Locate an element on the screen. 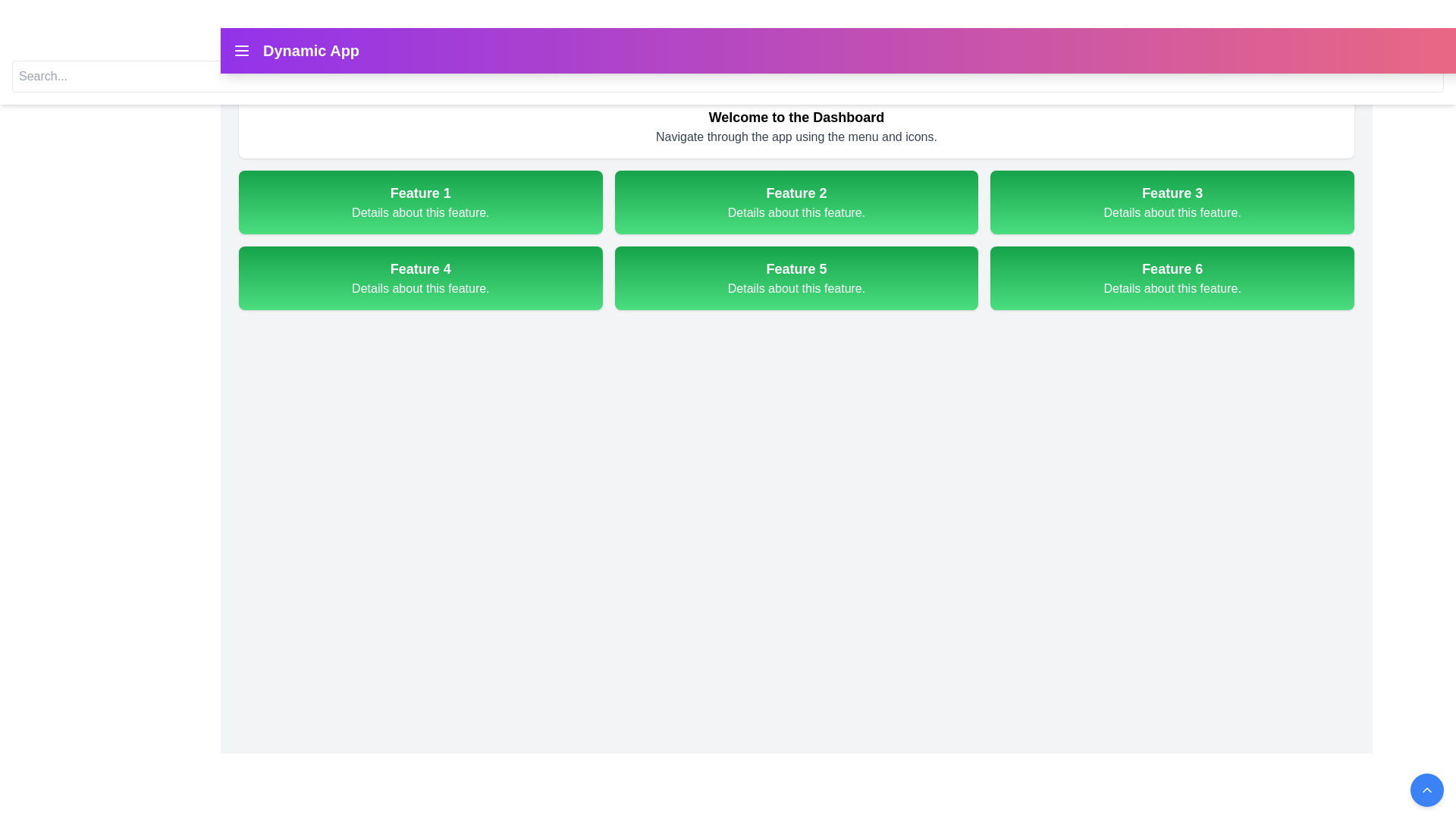  title 'Feature 4' and the description 'Details about this feature.' from the informational card with a green gradient background, located in the second row of the grid is located at coordinates (420, 278).